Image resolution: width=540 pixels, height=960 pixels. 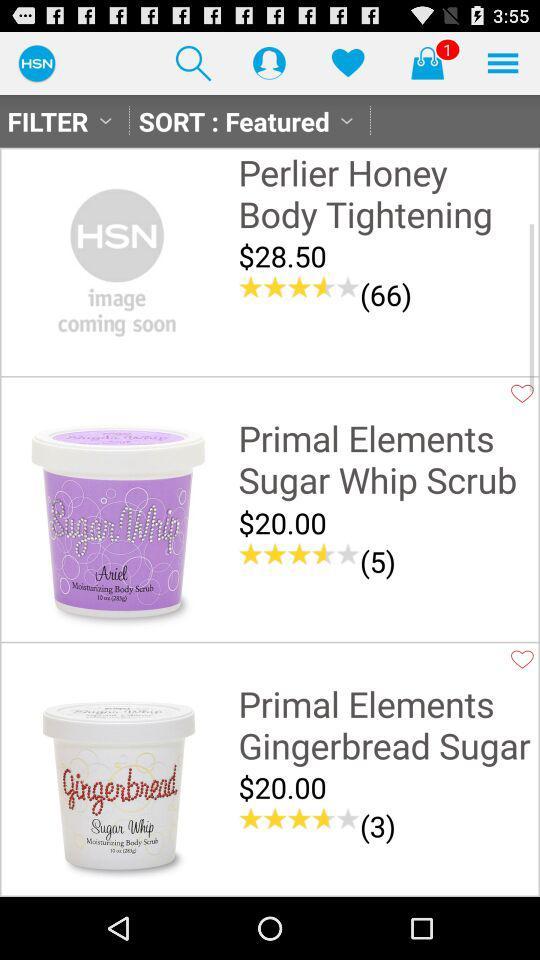 I want to click on love this, so click(x=522, y=658).